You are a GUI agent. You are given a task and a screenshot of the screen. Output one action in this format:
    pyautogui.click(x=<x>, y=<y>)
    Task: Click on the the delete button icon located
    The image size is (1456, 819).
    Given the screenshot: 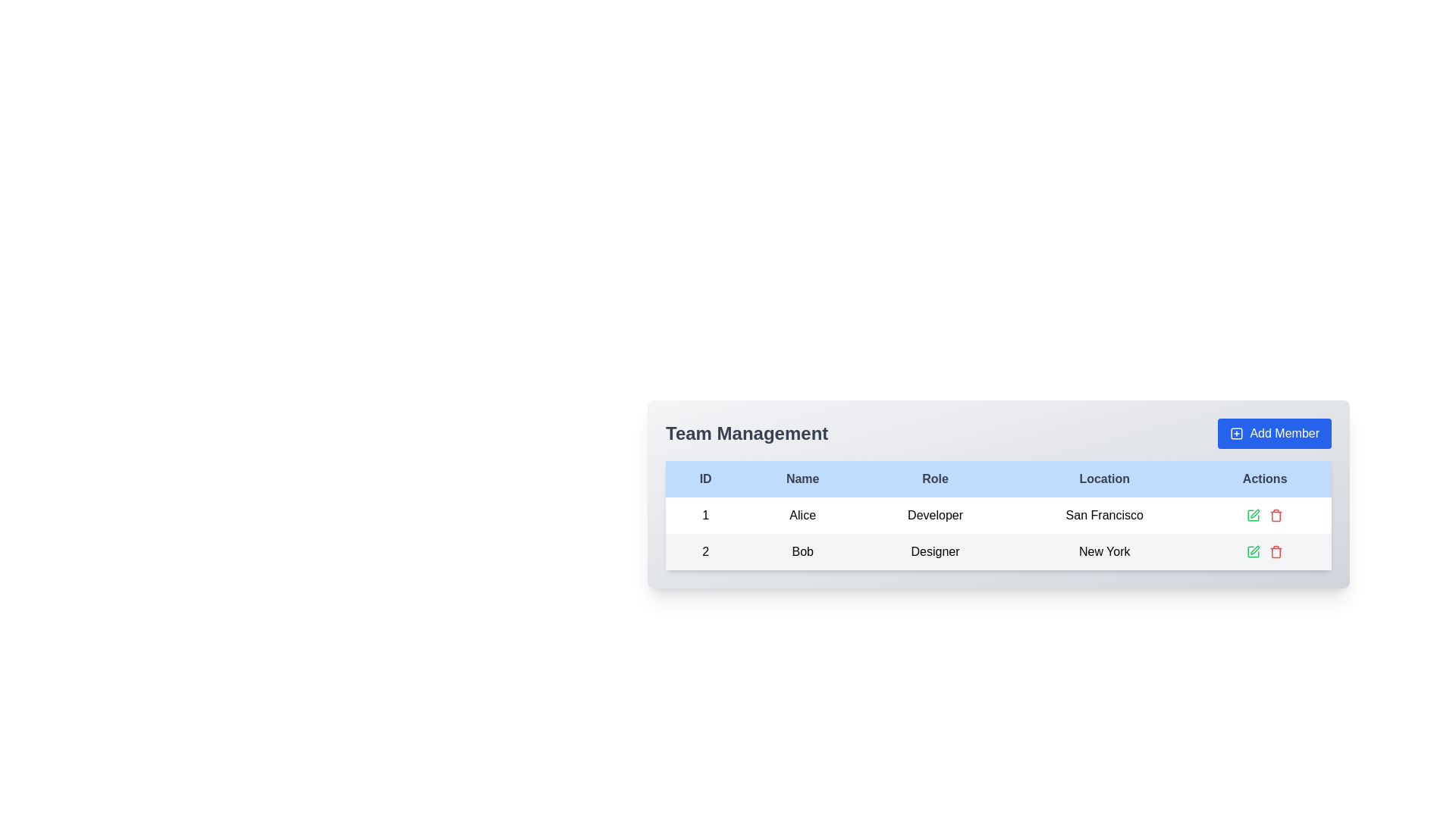 What is the action you would take?
    pyautogui.click(x=1276, y=552)
    